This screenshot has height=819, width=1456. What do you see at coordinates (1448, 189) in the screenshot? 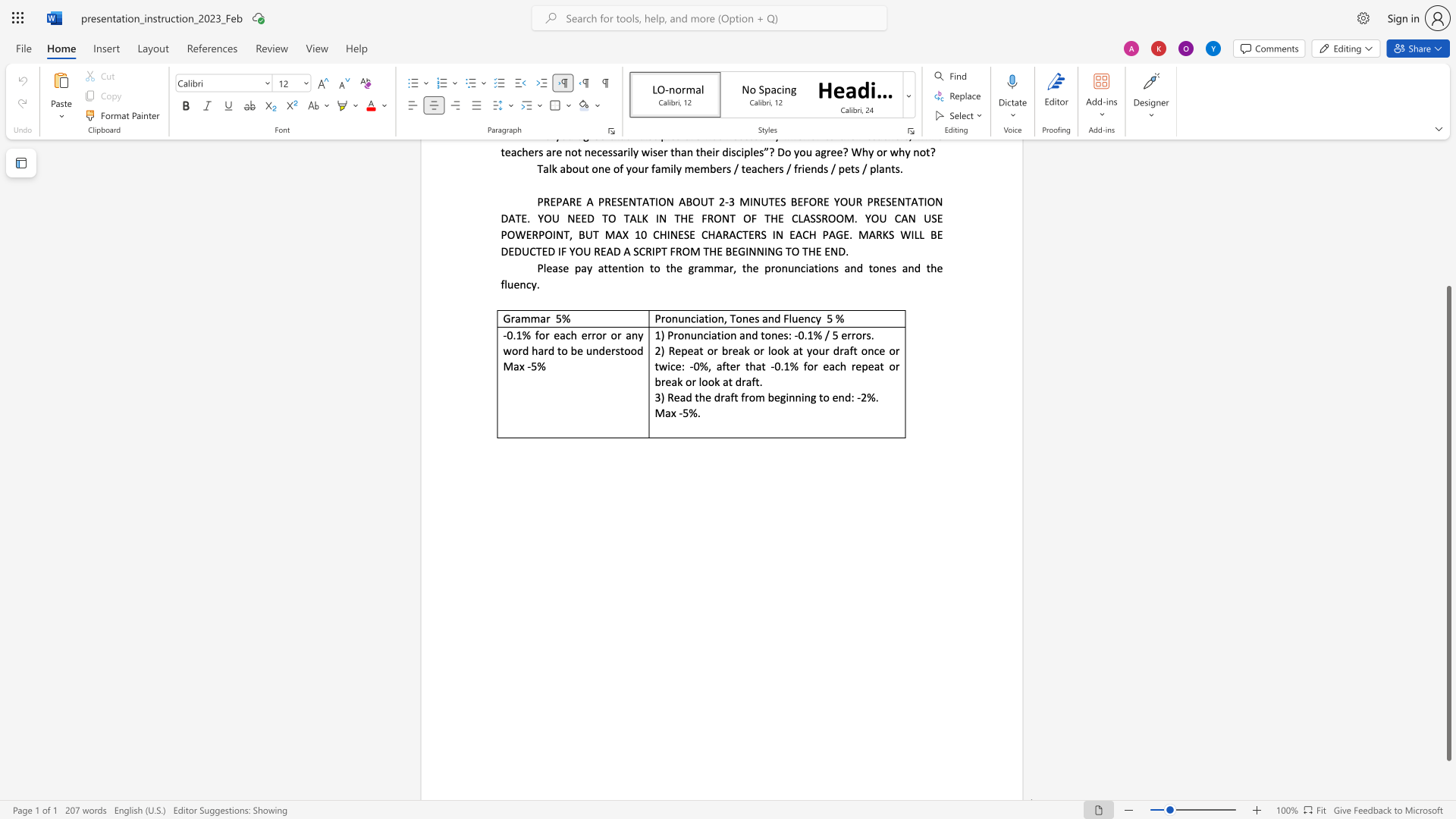
I see `the scrollbar to adjust the page upward` at bounding box center [1448, 189].